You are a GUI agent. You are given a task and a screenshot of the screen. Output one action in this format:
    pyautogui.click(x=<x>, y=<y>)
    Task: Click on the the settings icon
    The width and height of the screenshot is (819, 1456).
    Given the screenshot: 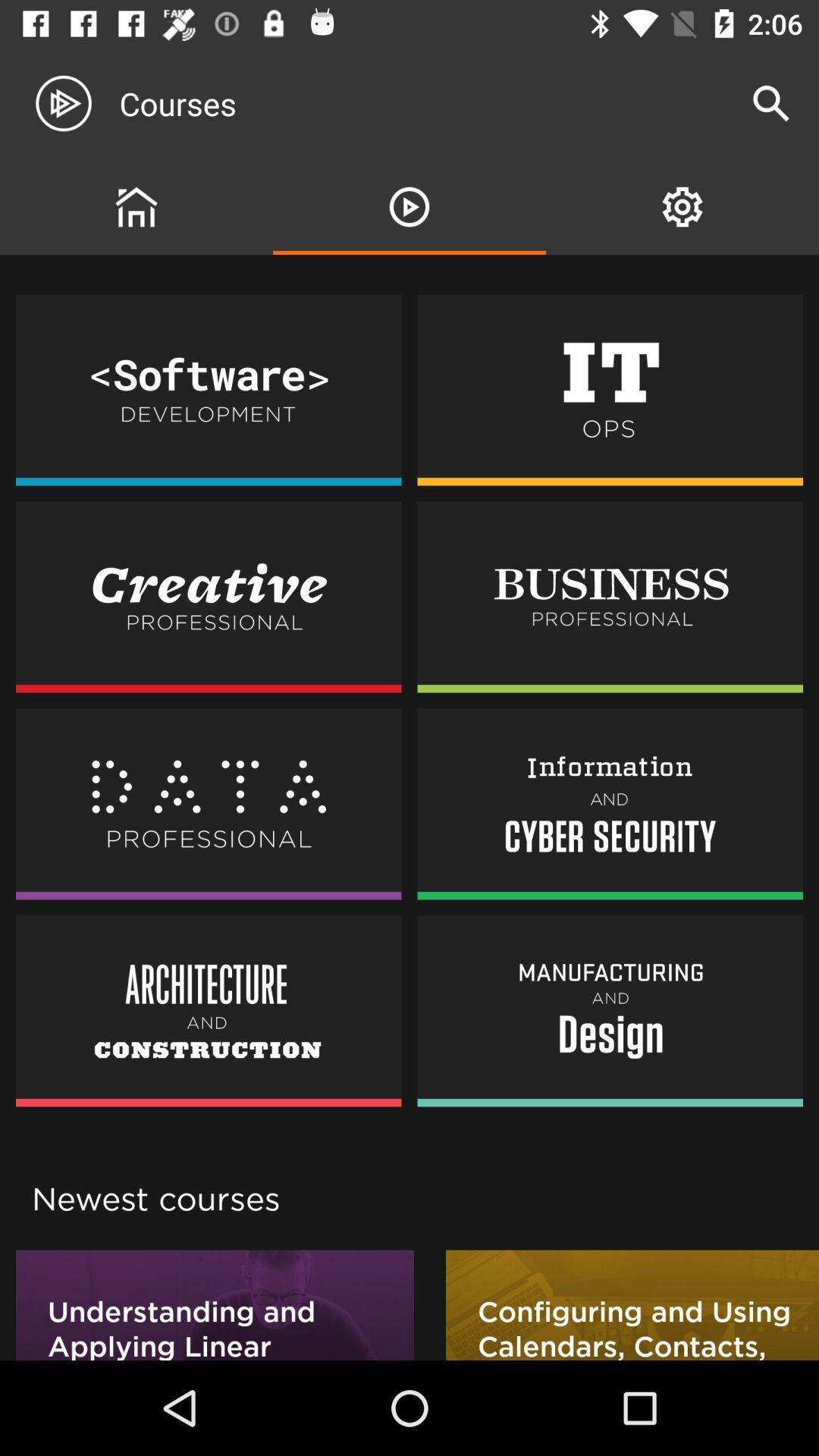 What is the action you would take?
    pyautogui.click(x=681, y=206)
    